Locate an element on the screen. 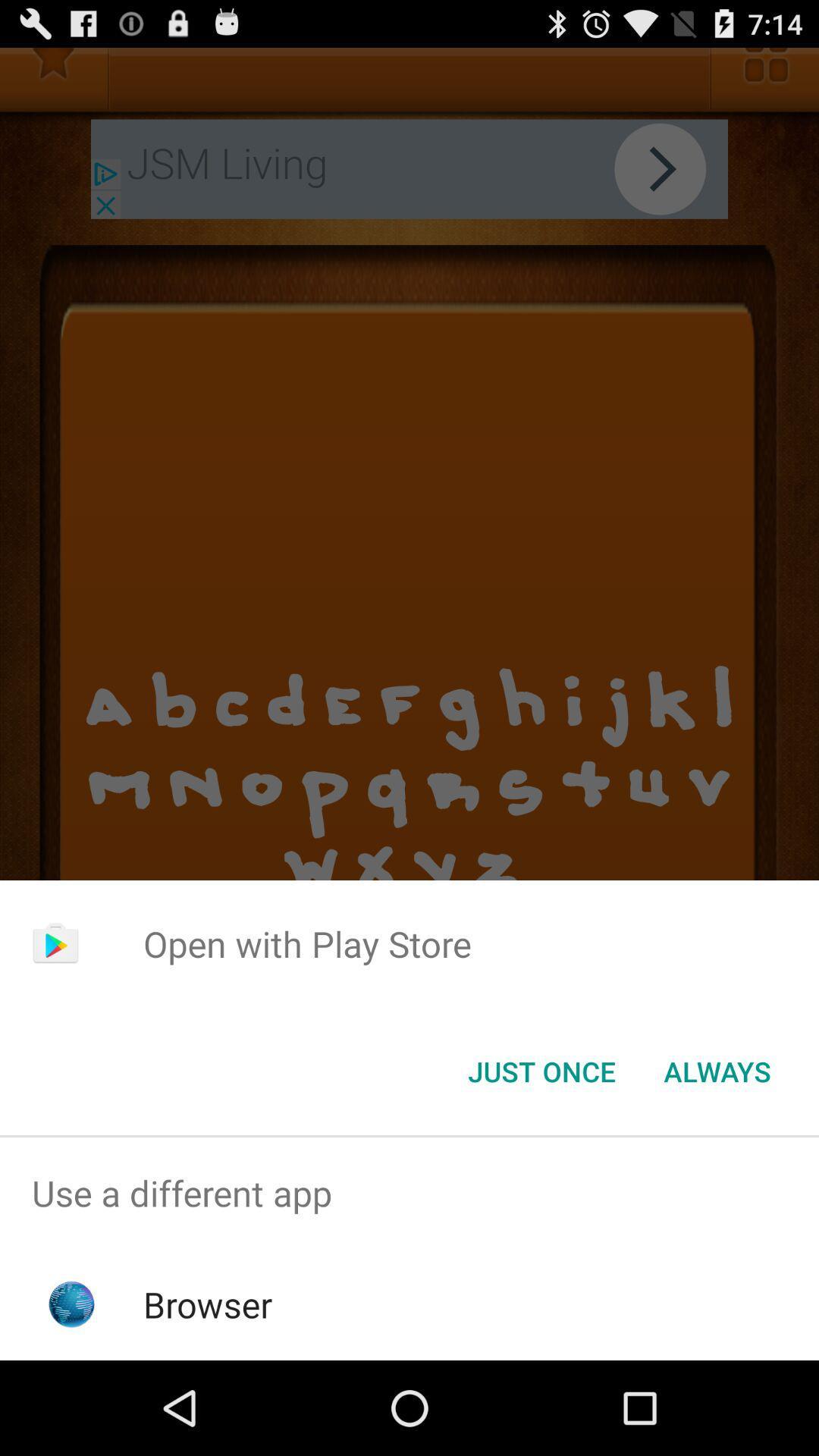 This screenshot has height=1456, width=819. icon to the left of the always icon is located at coordinates (541, 1070).